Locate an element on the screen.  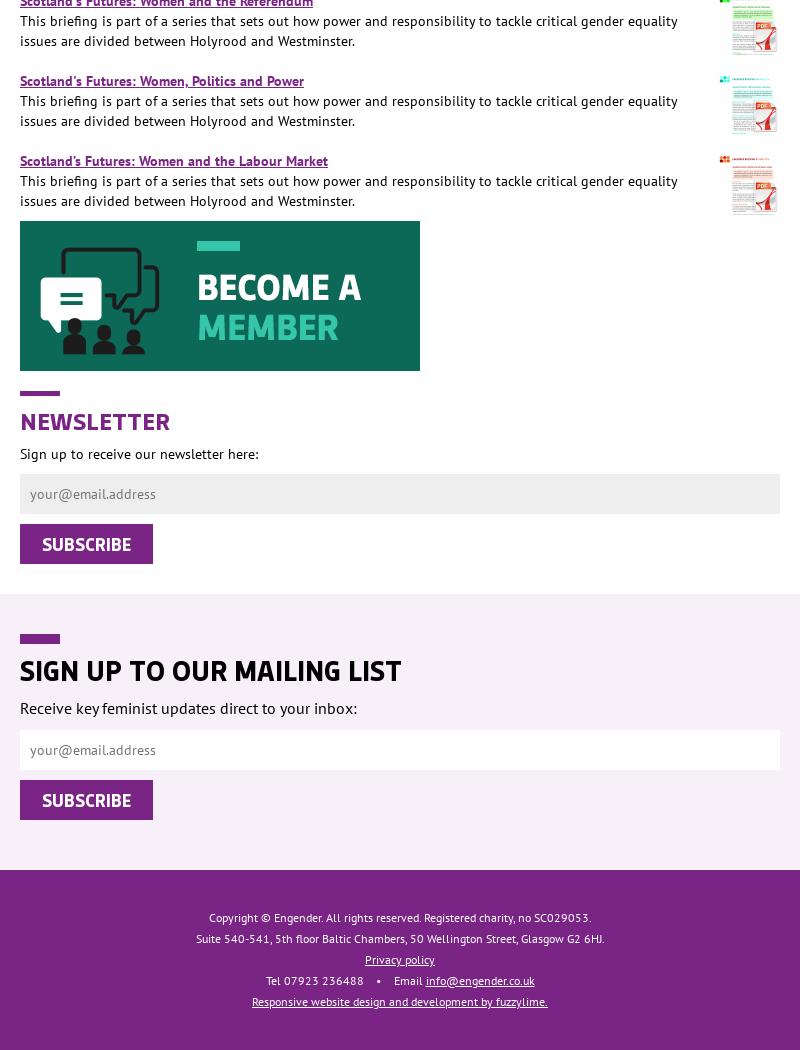
'Email' is located at coordinates (392, 980).